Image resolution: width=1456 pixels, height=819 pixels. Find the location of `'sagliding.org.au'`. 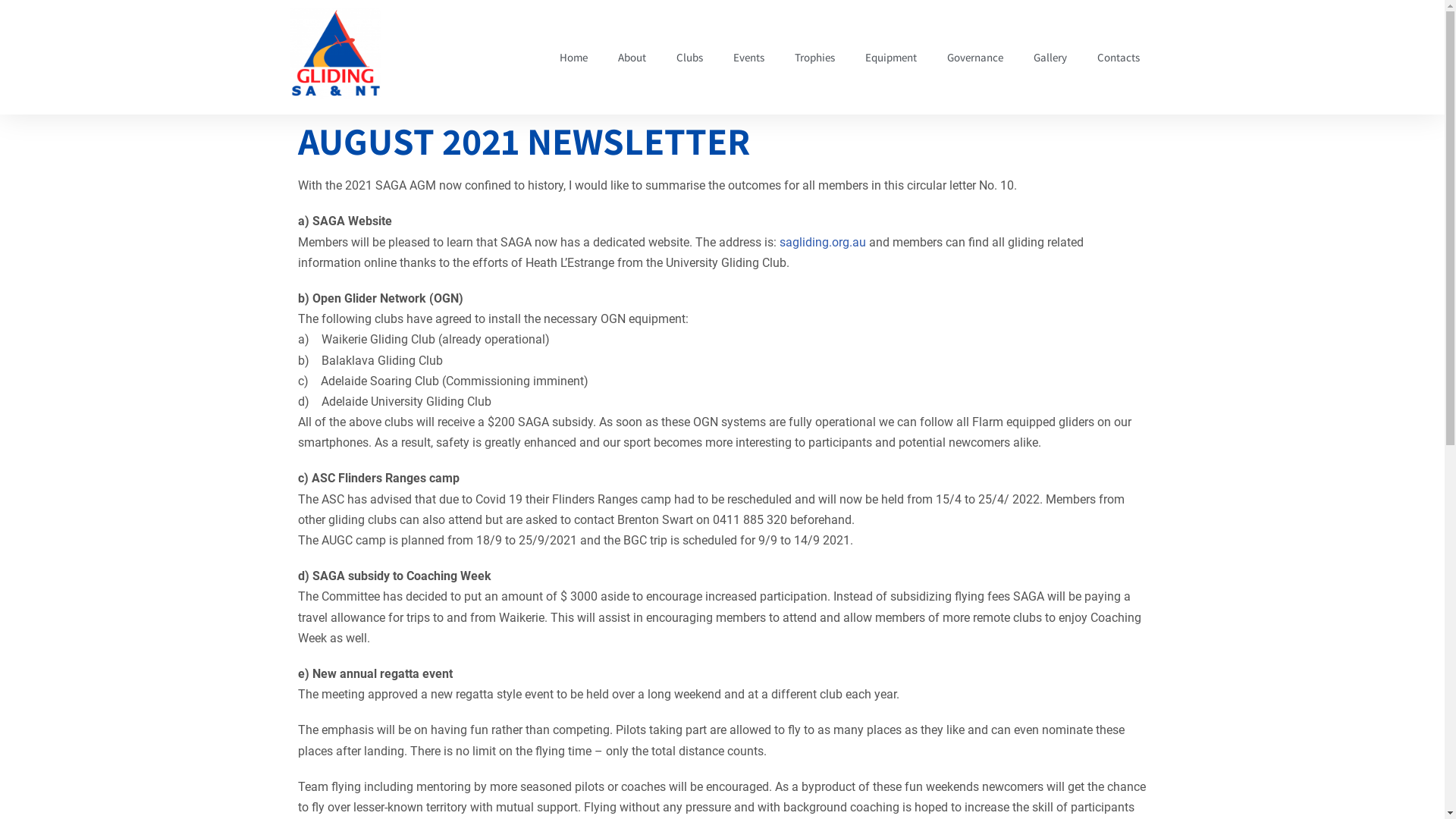

'sagliding.org.au' is located at coordinates (821, 241).